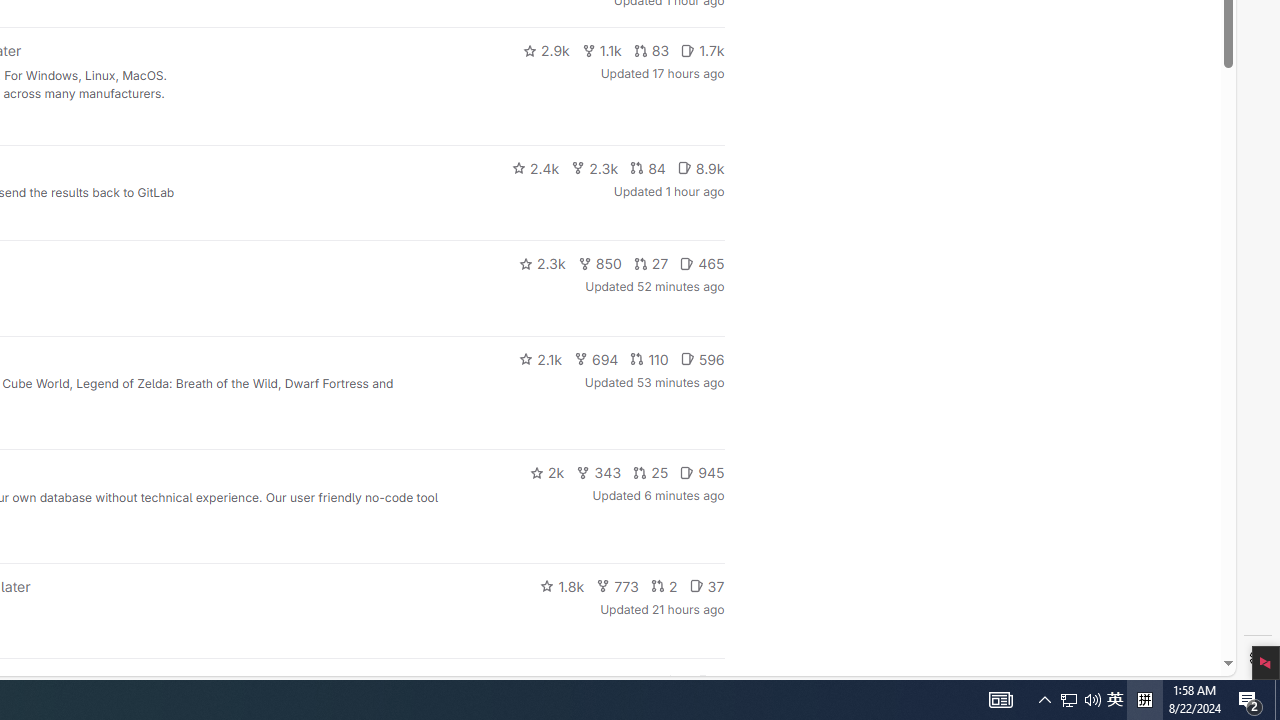 The height and width of the screenshot is (720, 1280). Describe the element at coordinates (702, 473) in the screenshot. I see `'945'` at that location.